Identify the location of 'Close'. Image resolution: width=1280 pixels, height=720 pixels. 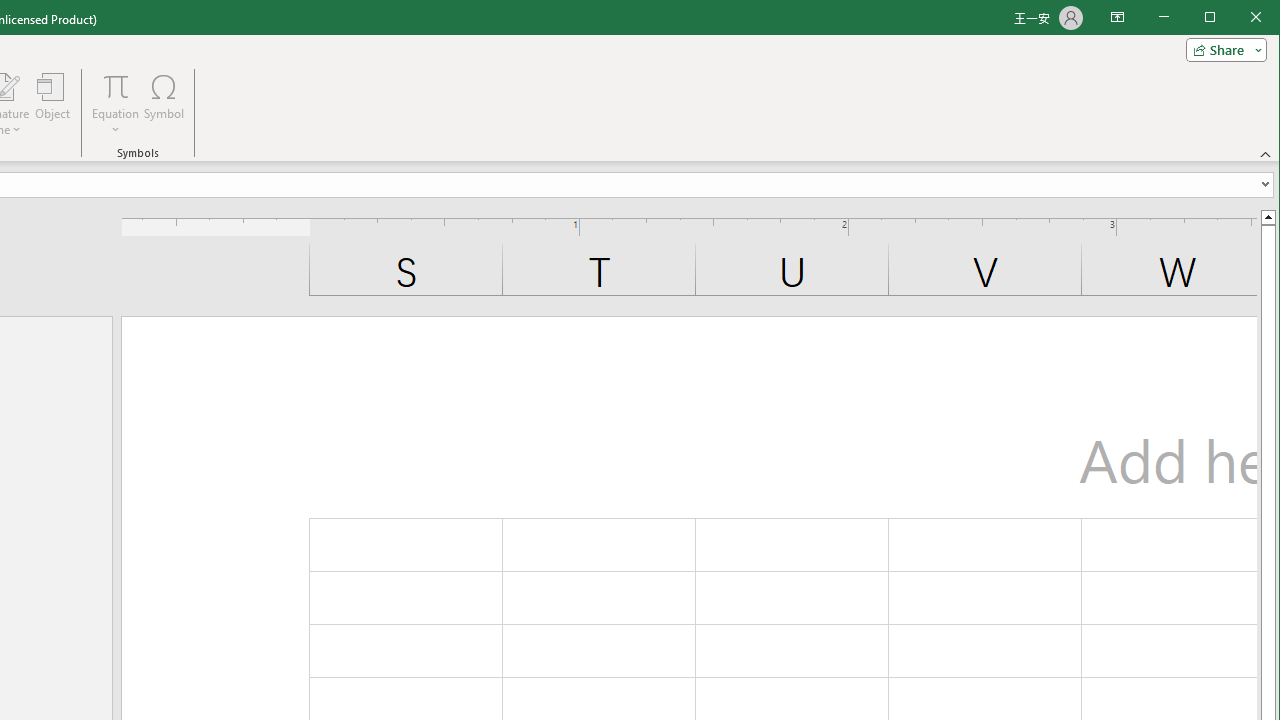
(1260, 19).